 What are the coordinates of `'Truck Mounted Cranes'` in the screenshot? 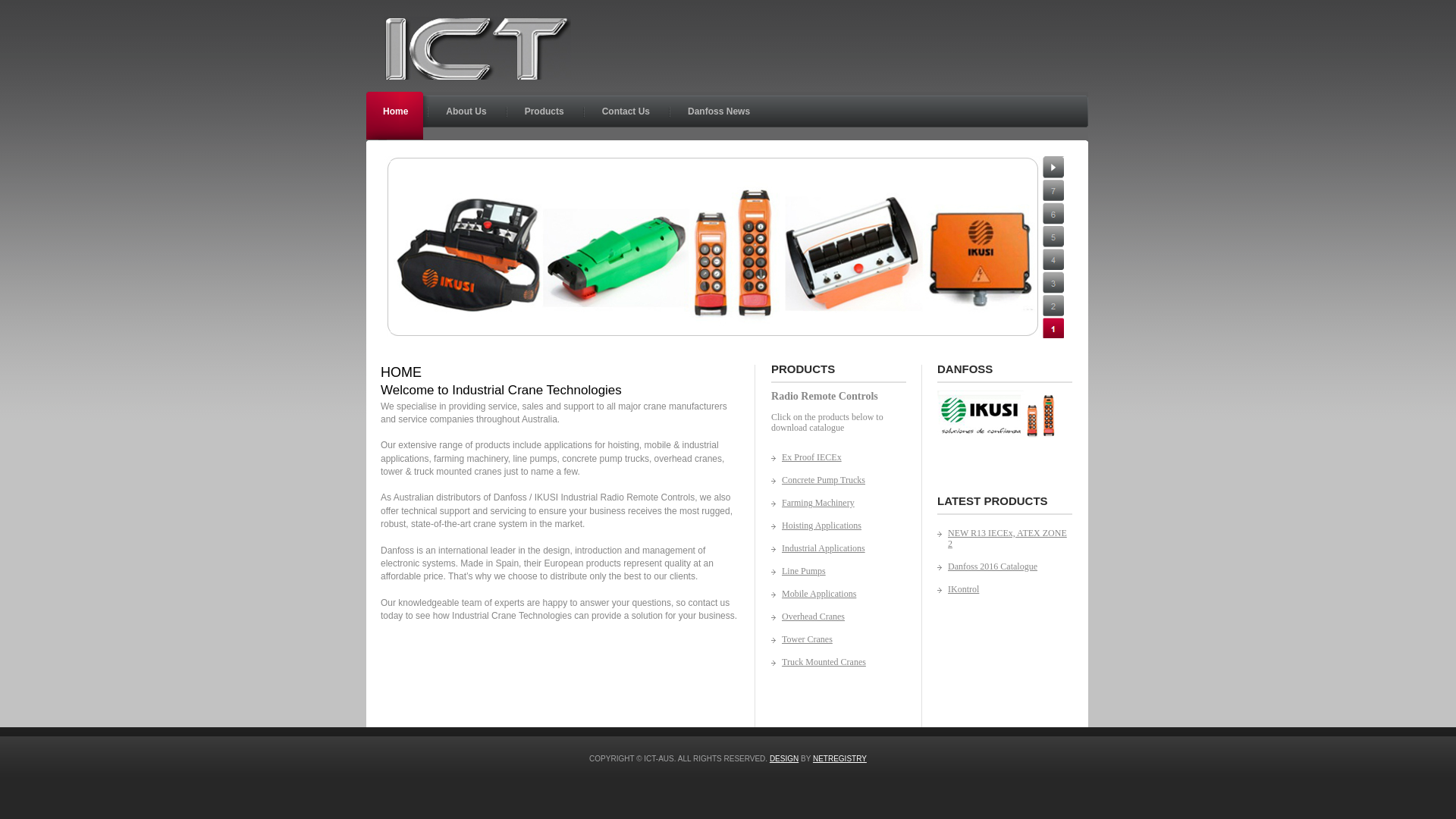 It's located at (830, 661).